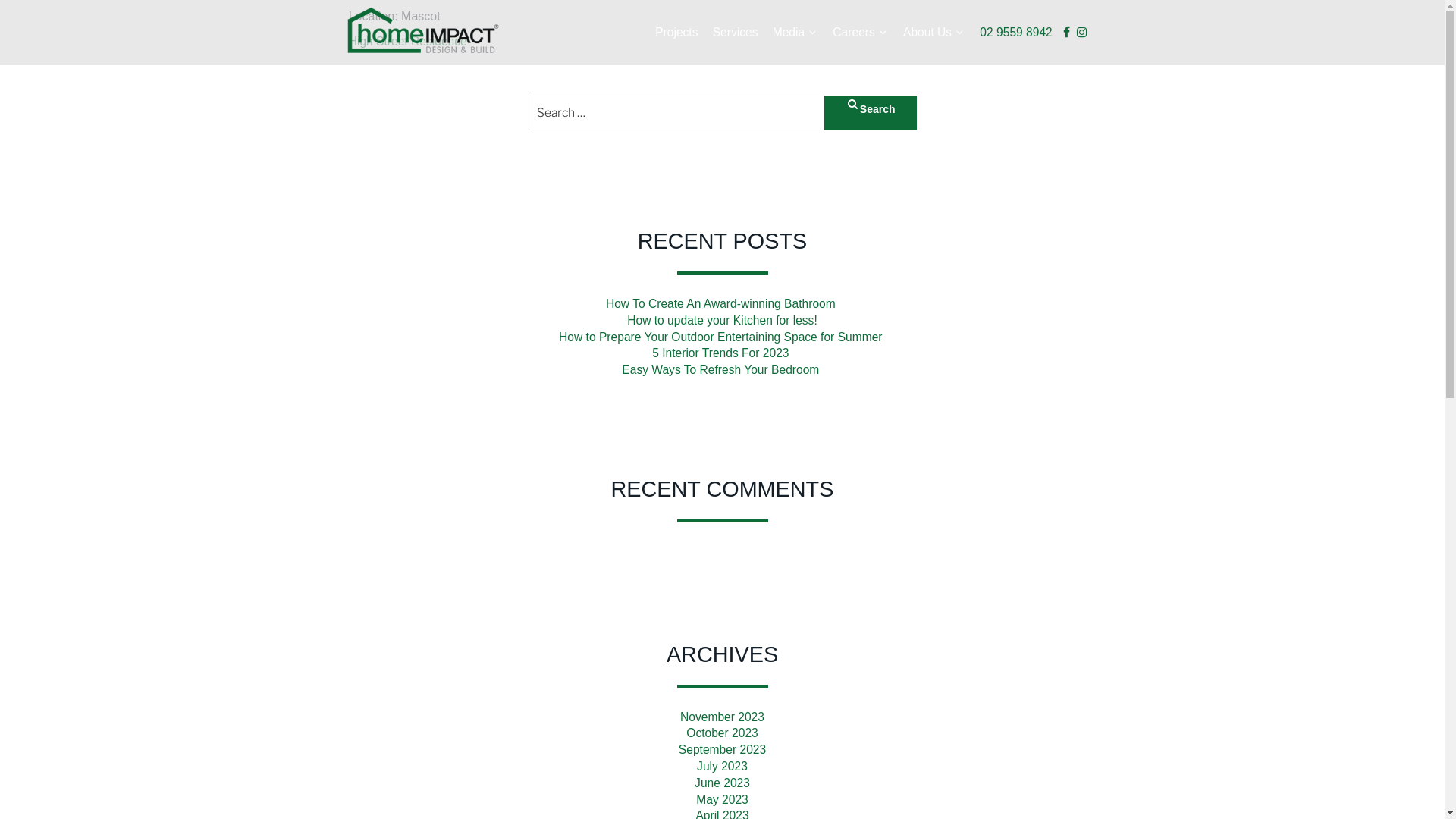 The width and height of the screenshot is (1456, 819). I want to click on 'Projects', so click(676, 32).